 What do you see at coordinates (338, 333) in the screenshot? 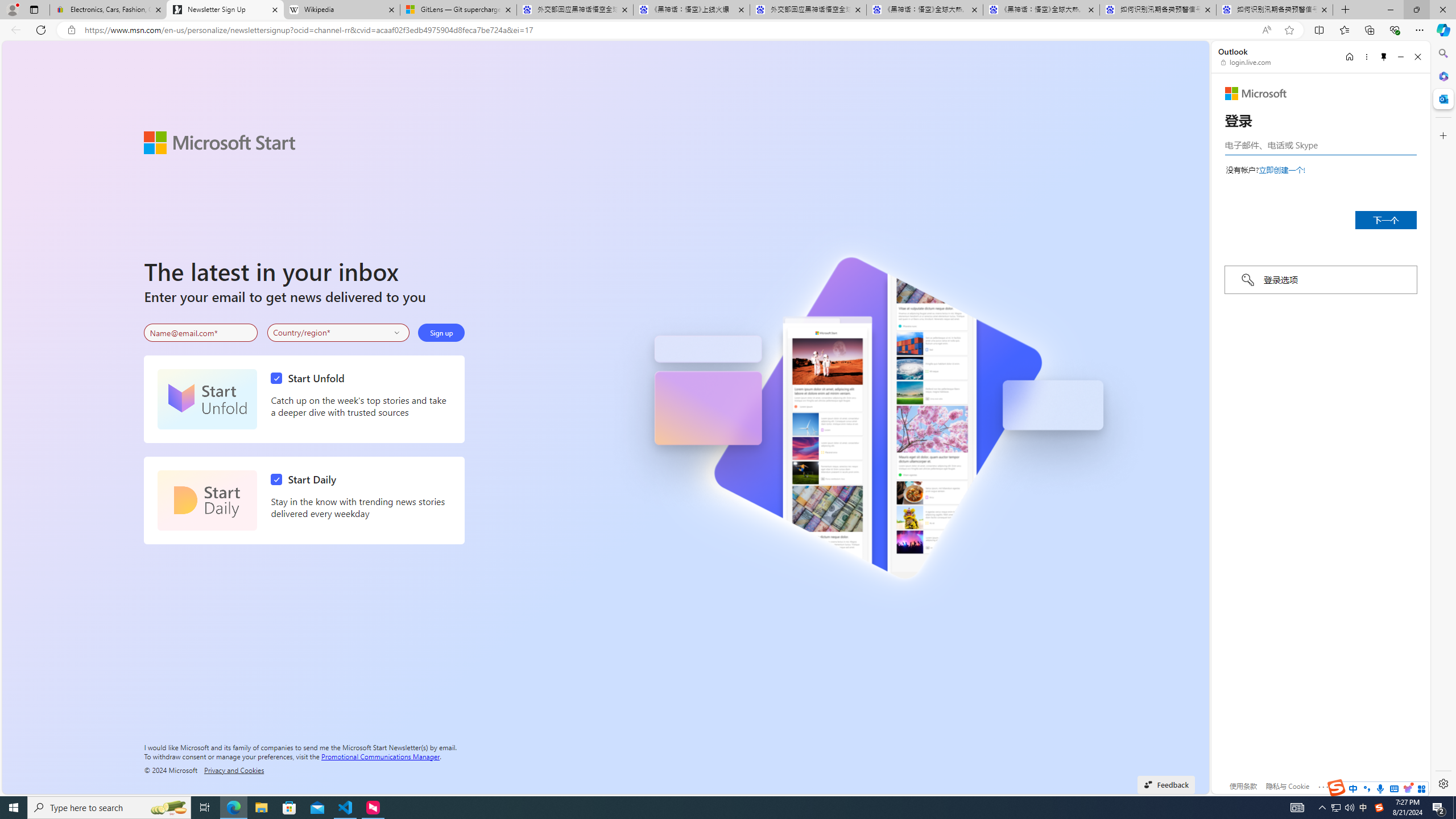
I see `'Select your country'` at bounding box center [338, 333].